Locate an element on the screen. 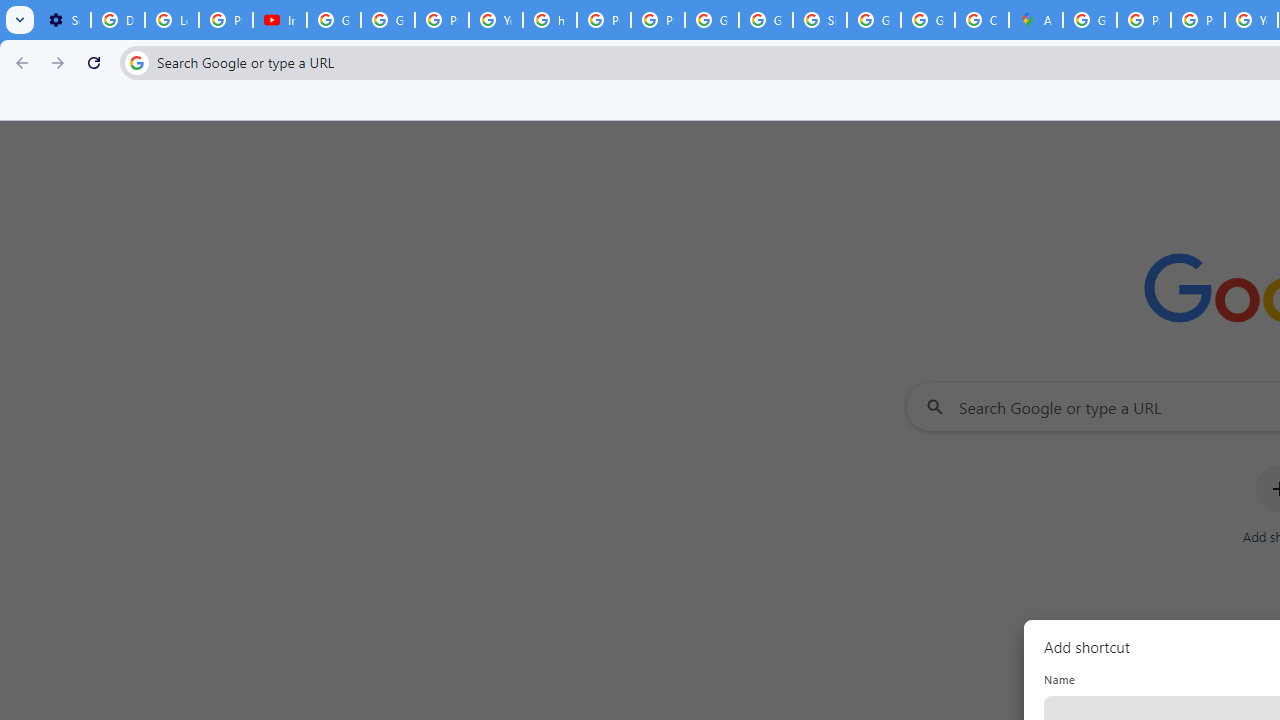  'Create your Google Account' is located at coordinates (981, 20).